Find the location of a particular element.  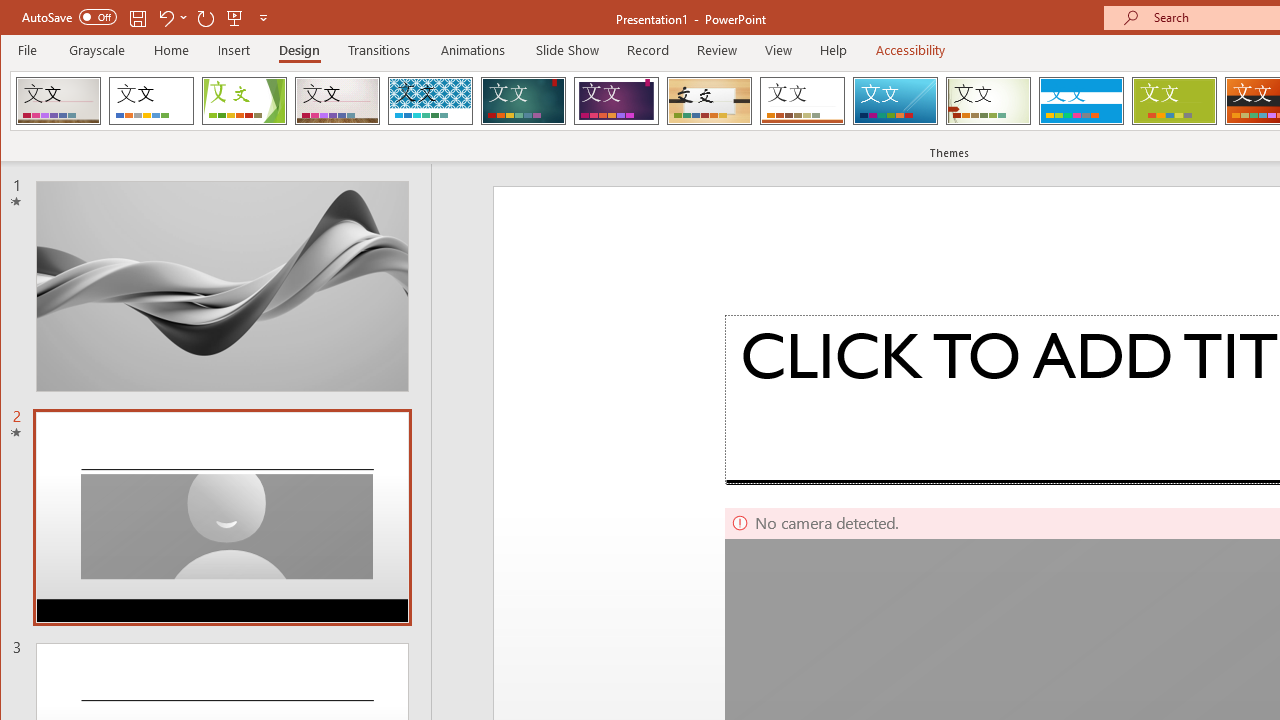

'Basis' is located at coordinates (1174, 100).